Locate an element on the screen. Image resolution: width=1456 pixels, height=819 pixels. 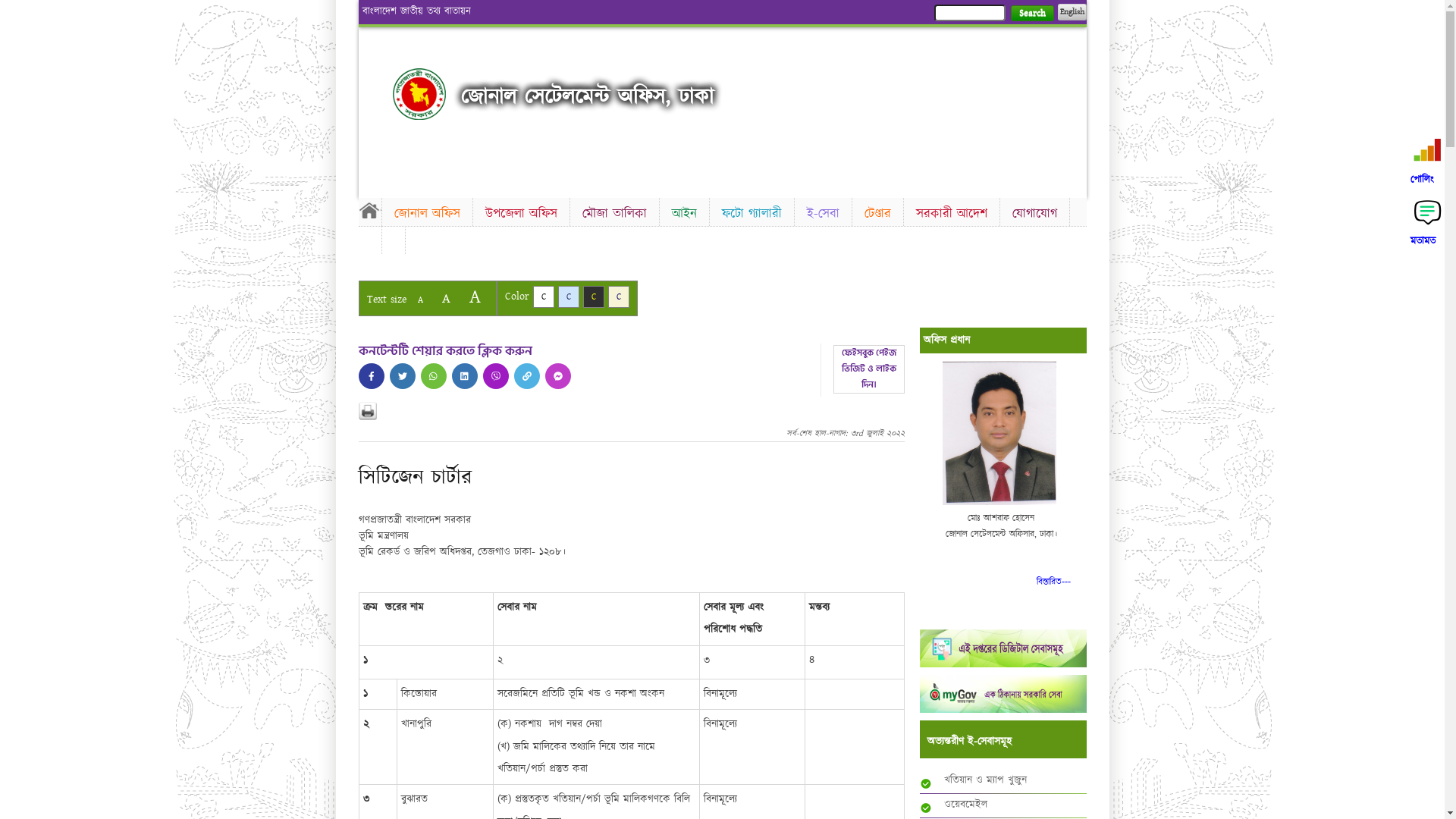
'C' is located at coordinates (532, 297).